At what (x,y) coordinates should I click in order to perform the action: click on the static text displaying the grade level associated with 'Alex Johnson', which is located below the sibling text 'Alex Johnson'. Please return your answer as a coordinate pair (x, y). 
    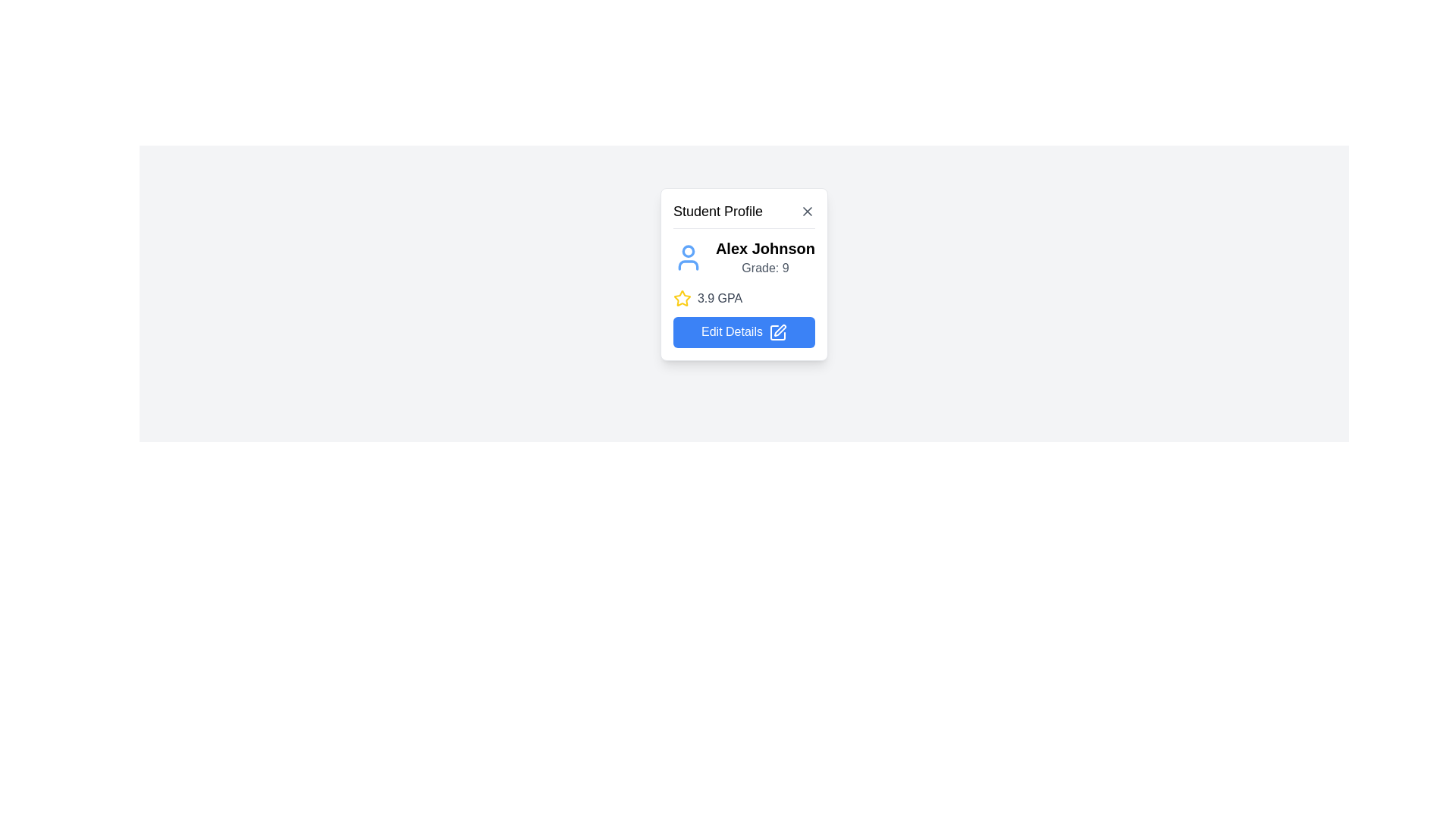
    Looking at the image, I should click on (765, 268).